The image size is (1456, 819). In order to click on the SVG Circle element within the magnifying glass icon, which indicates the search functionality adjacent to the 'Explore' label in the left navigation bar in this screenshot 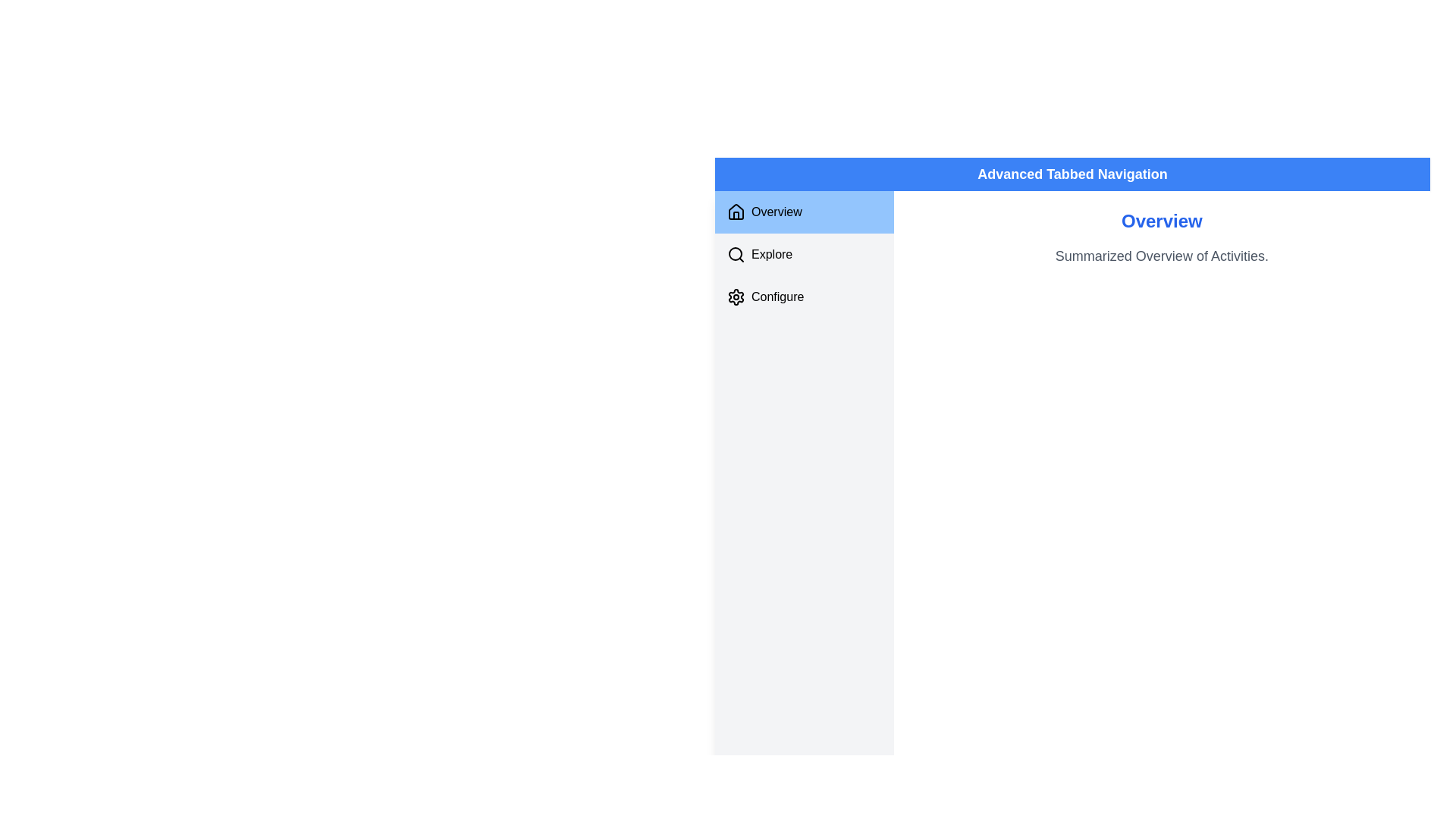, I will do `click(735, 253)`.